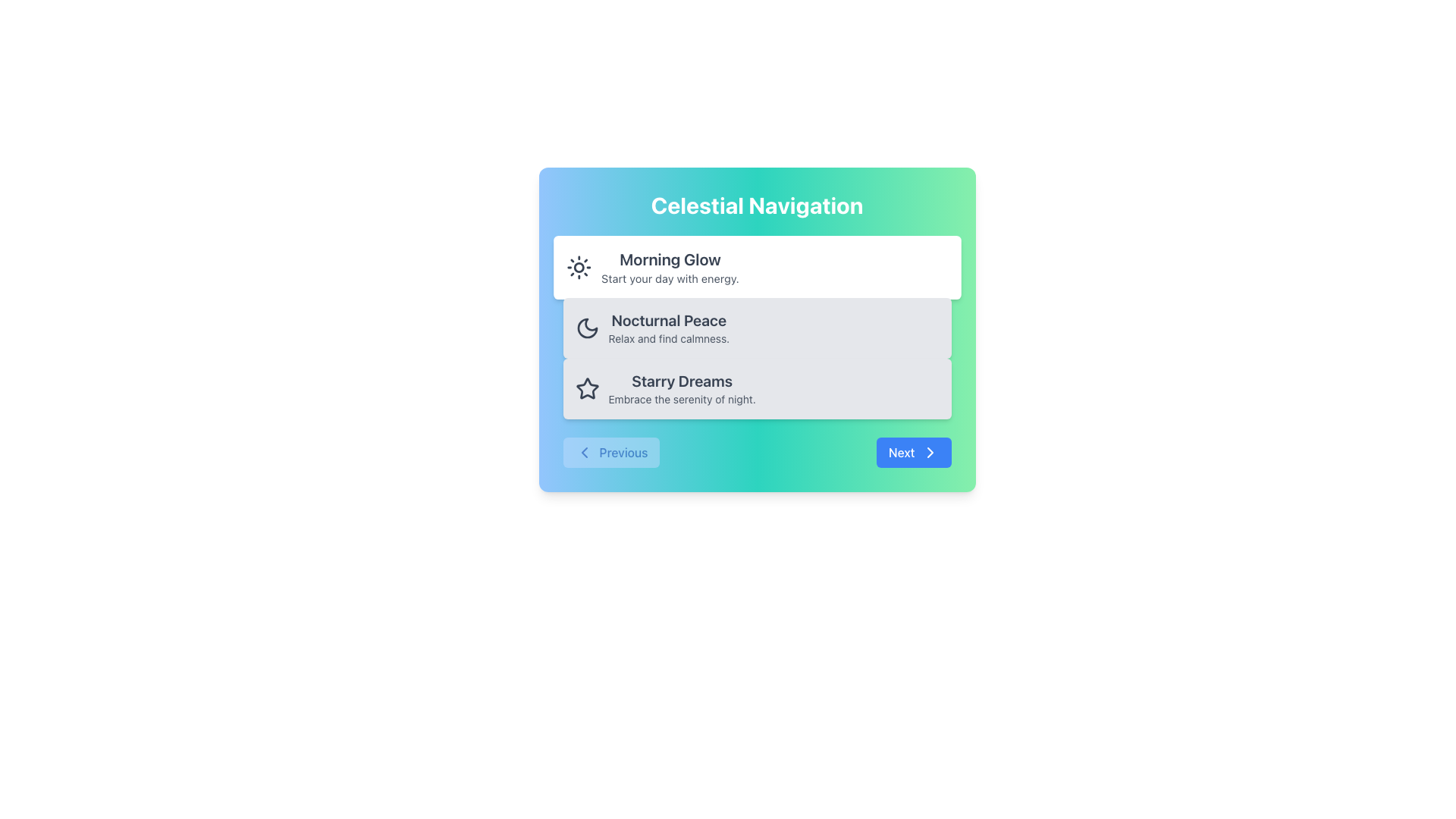 This screenshot has width=1456, height=819. I want to click on the graphical icon associated with the 'Starry Dreams' option, which is positioned to the left of the text in the list option group, so click(586, 388).